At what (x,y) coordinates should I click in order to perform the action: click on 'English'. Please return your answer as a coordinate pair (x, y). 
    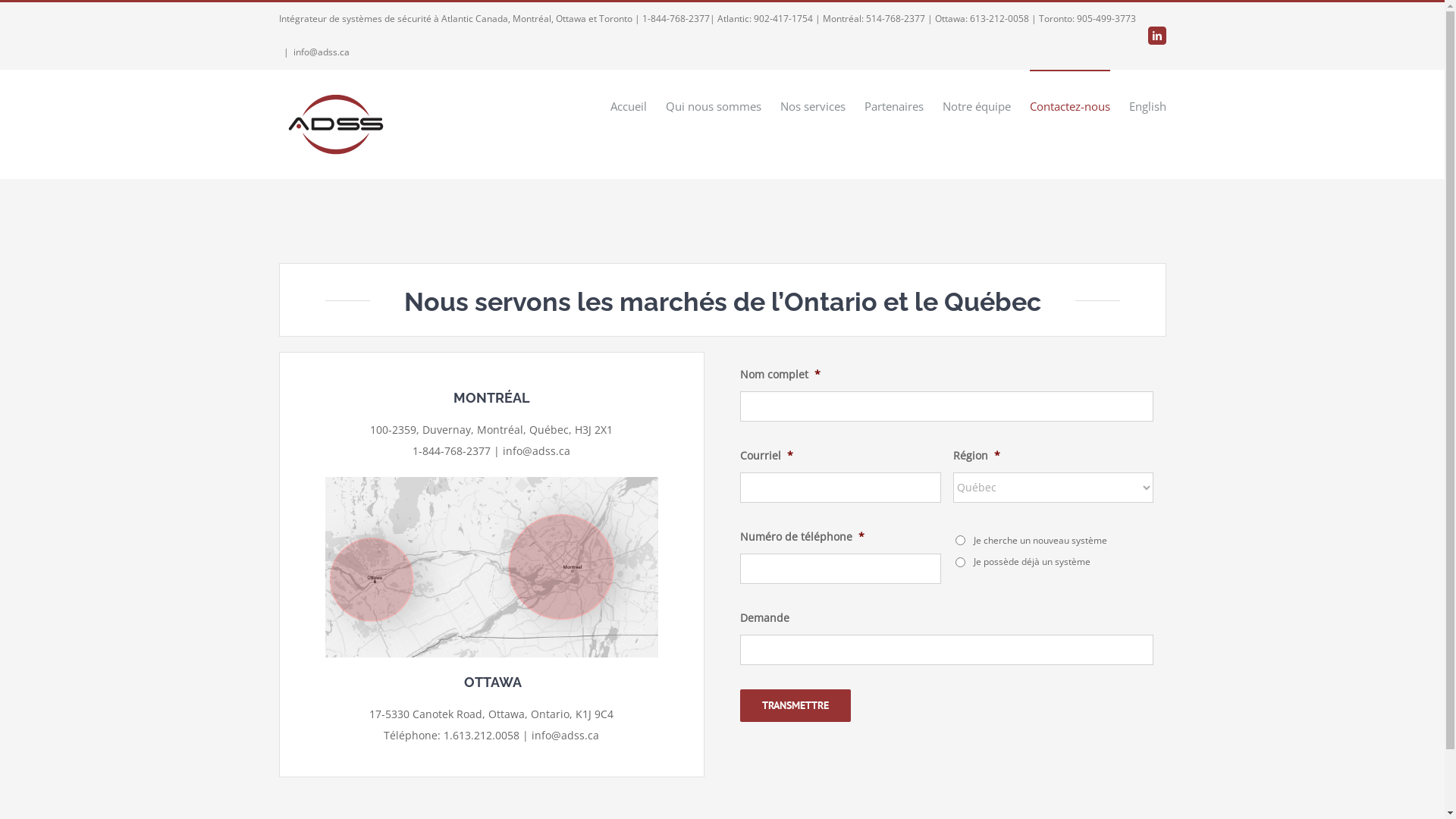
    Looking at the image, I should click on (1147, 105).